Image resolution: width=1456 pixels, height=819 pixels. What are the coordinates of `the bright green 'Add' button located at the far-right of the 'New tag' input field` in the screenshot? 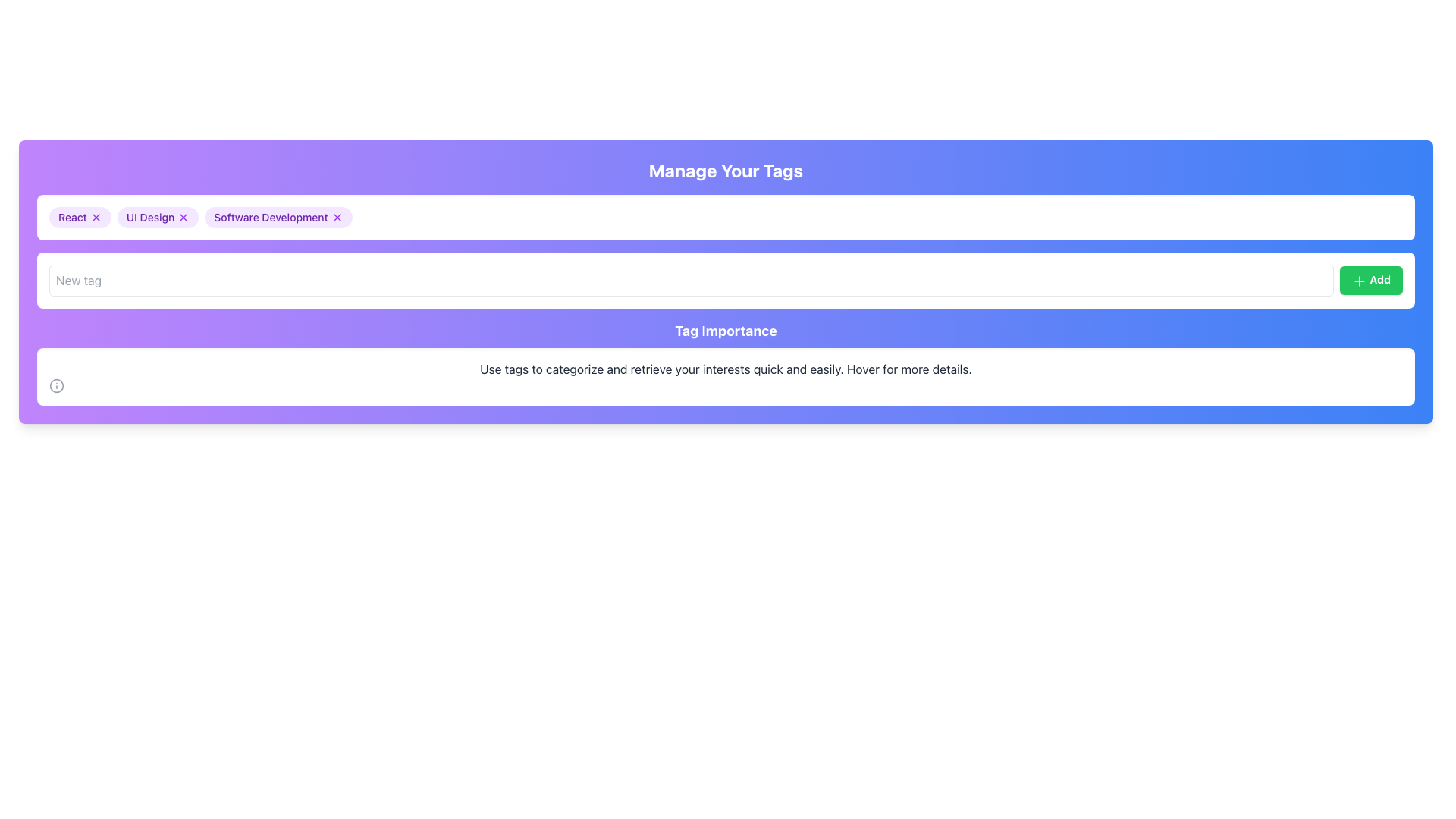 It's located at (1371, 281).